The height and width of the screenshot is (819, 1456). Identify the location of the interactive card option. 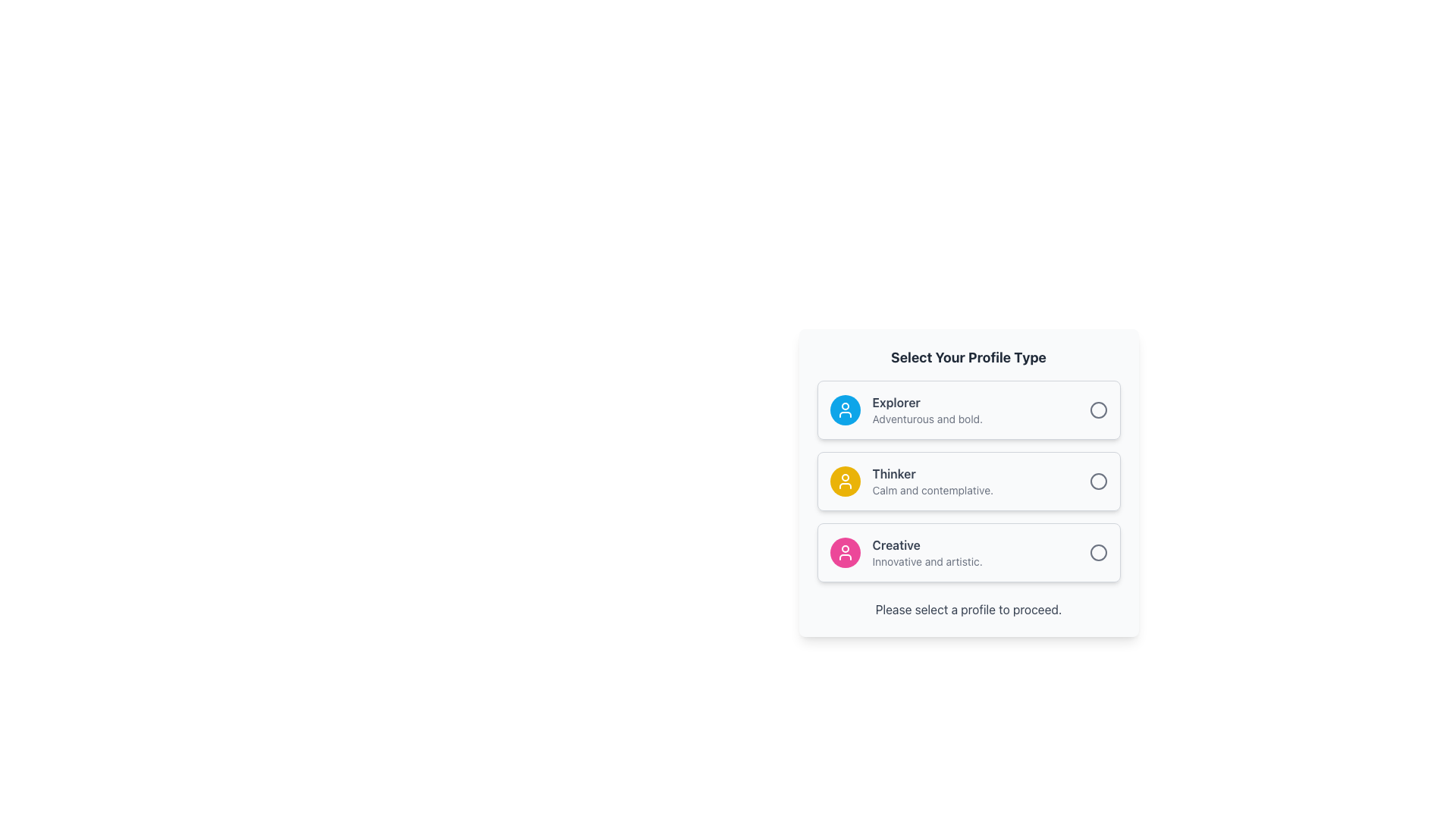
(968, 482).